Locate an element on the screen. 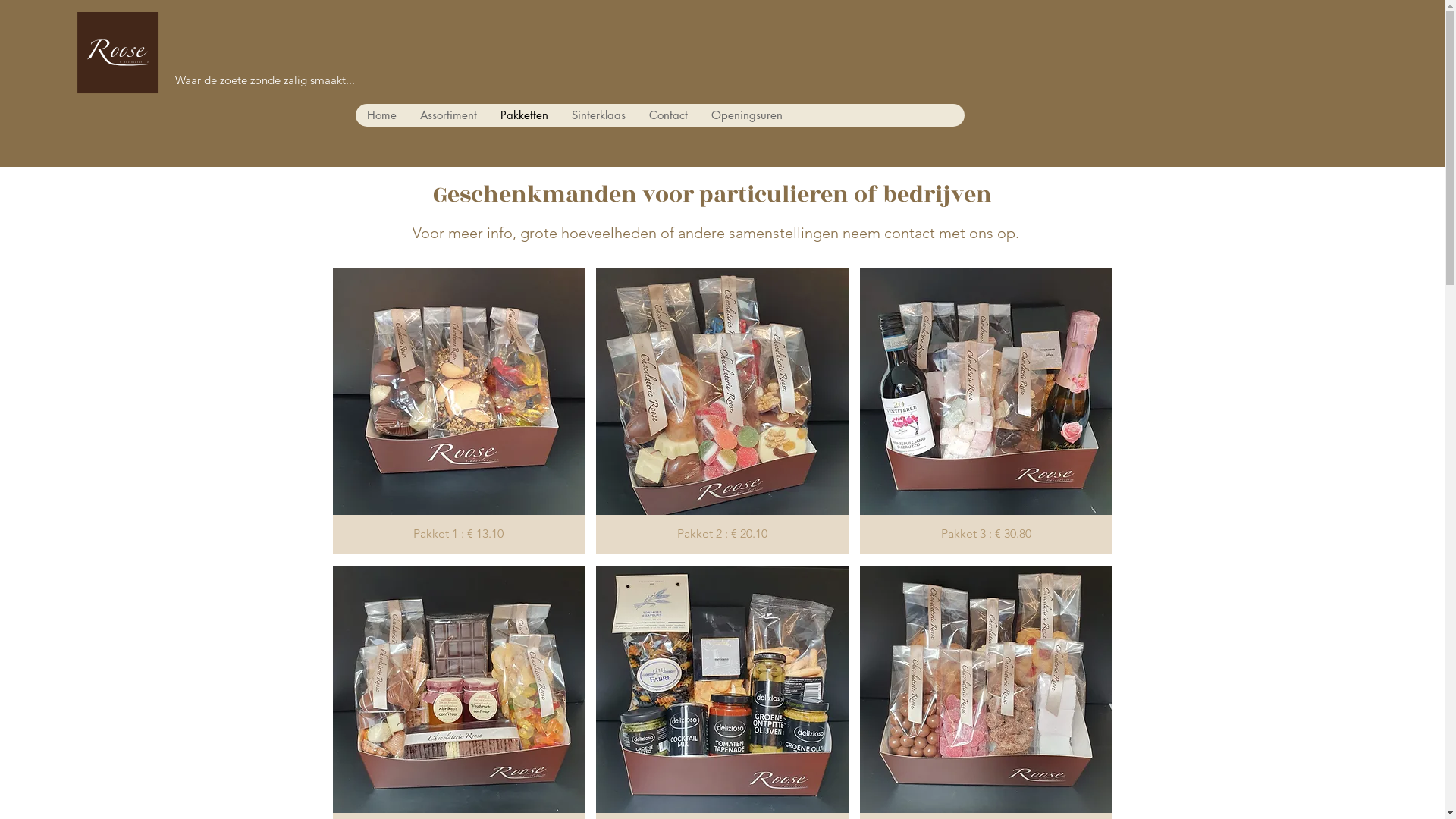 This screenshot has height=819, width=1456. 'Home' is located at coordinates (381, 114).